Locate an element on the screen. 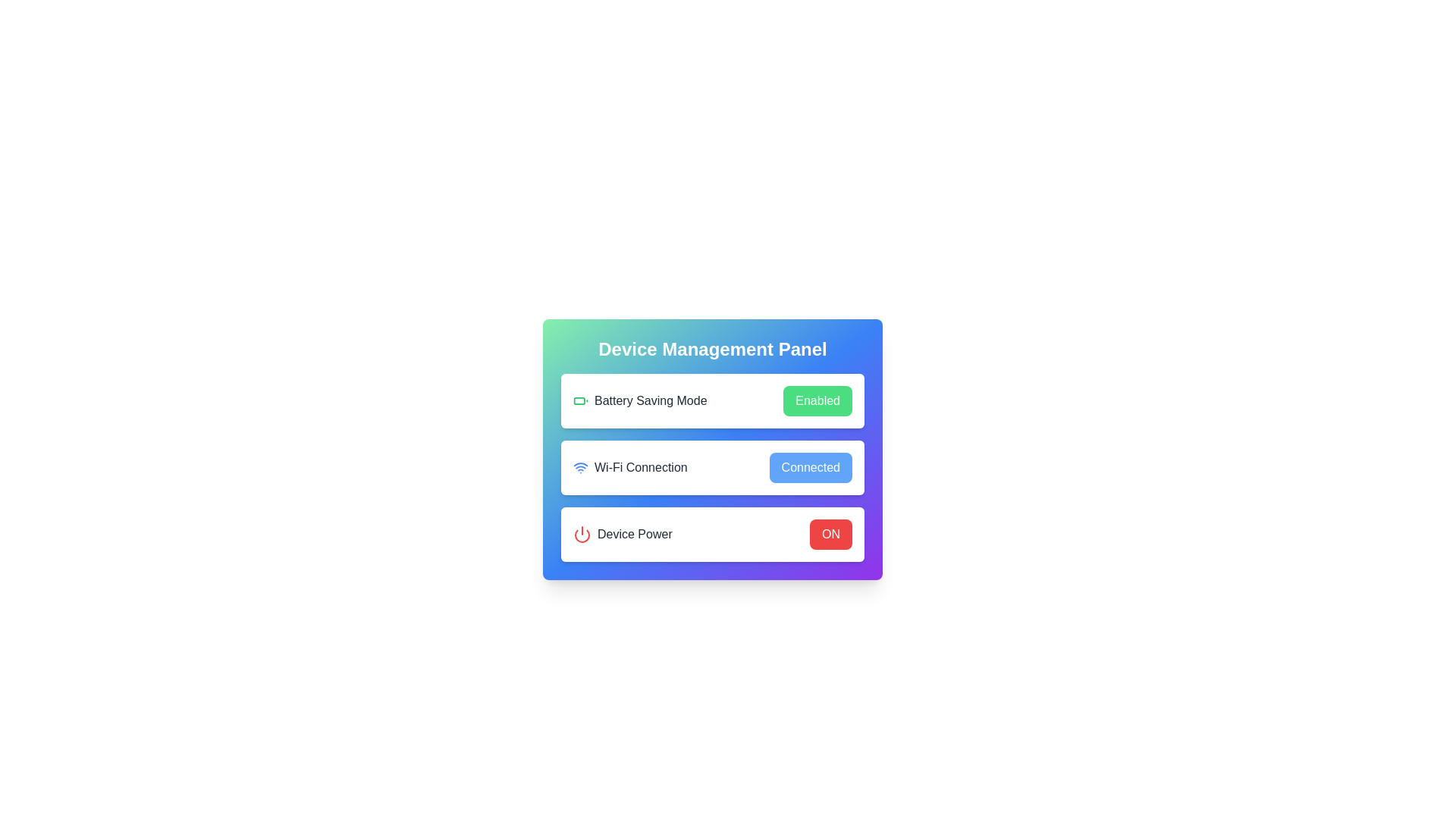 The height and width of the screenshot is (819, 1456). the red power icon located in the third row of the device management panel, which represents the power state is located at coordinates (582, 534).